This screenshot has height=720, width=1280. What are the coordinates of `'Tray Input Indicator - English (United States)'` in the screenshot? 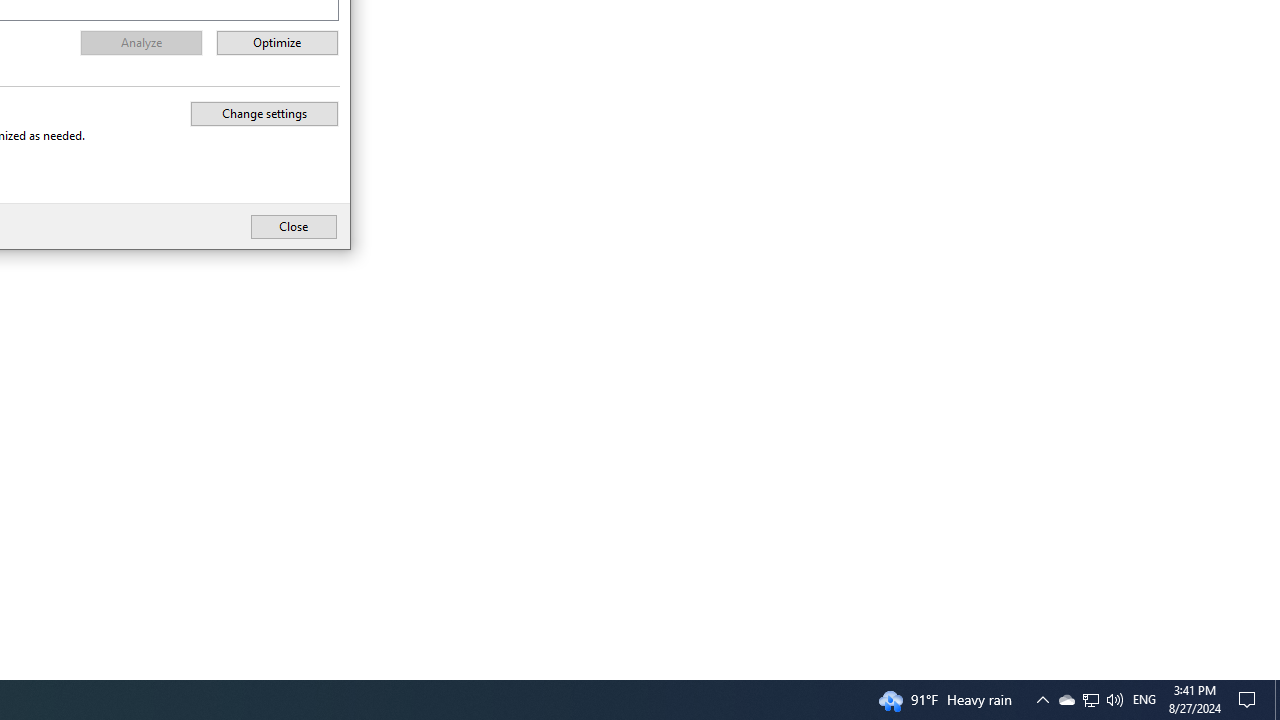 It's located at (1089, 698).